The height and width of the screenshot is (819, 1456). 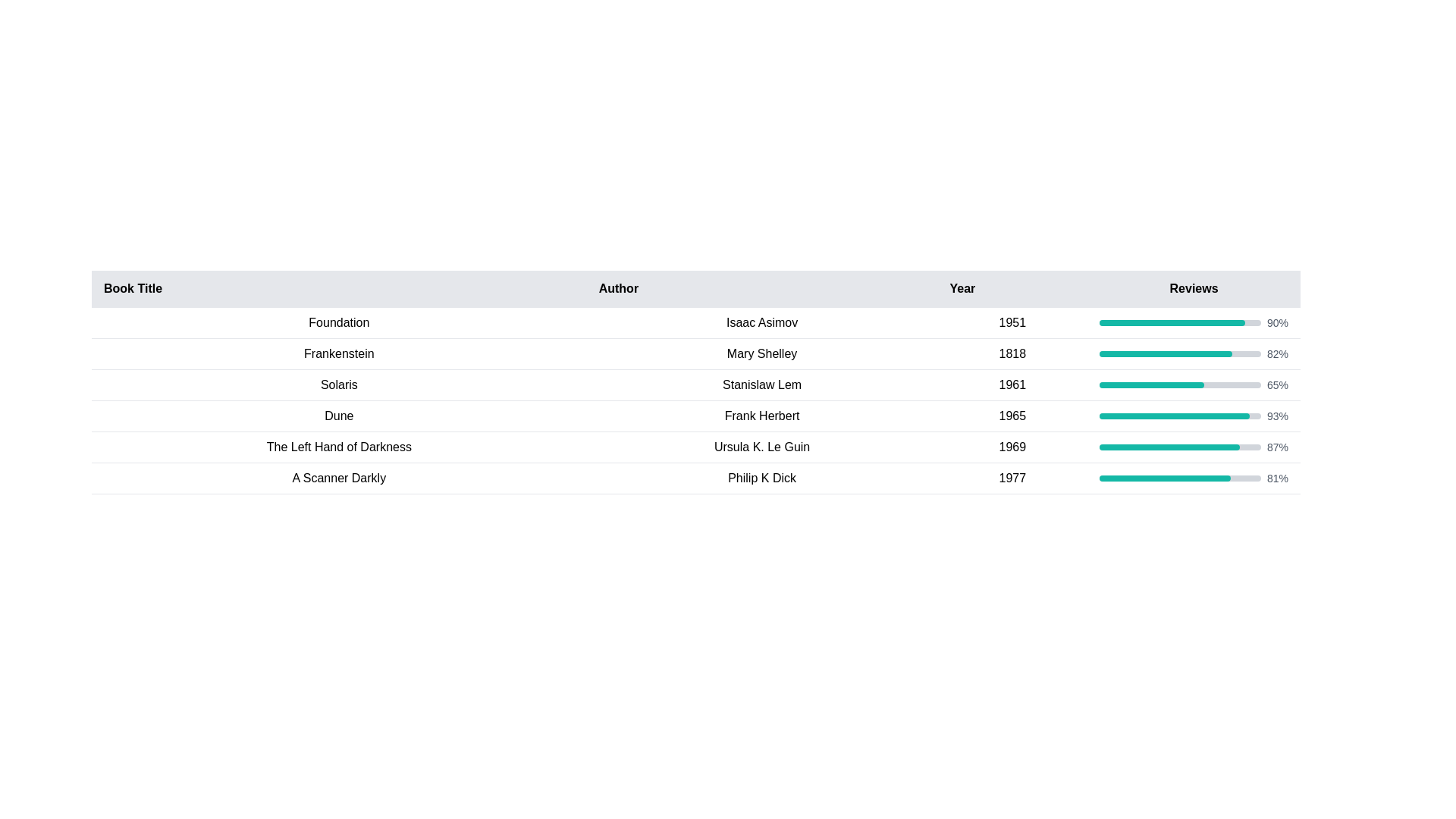 I want to click on the third row of the main content table that represents a book entry, so click(x=695, y=384).